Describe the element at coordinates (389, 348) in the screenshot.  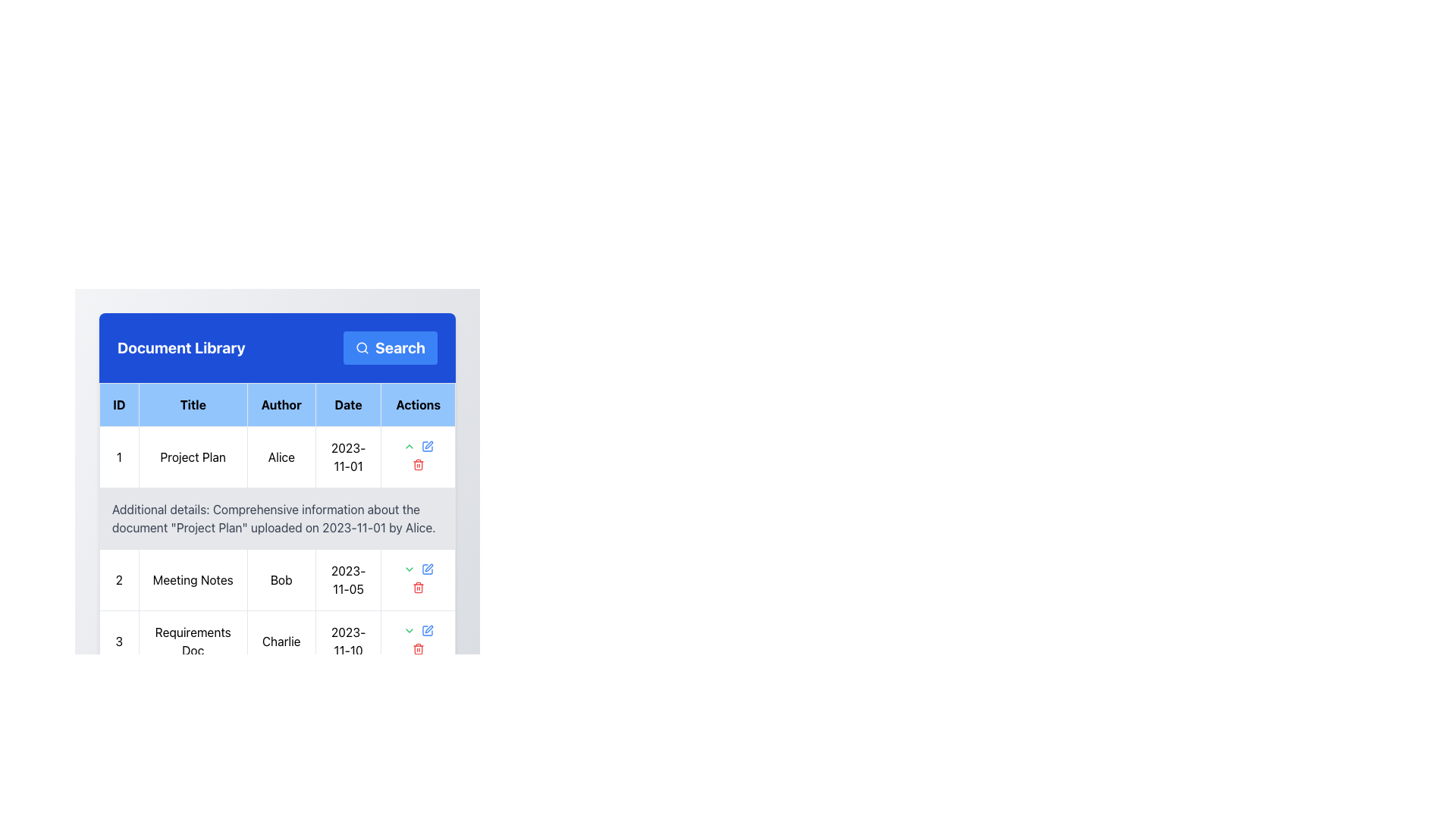
I see `the blue 'Search' button with a magnifying glass icon, located` at that location.